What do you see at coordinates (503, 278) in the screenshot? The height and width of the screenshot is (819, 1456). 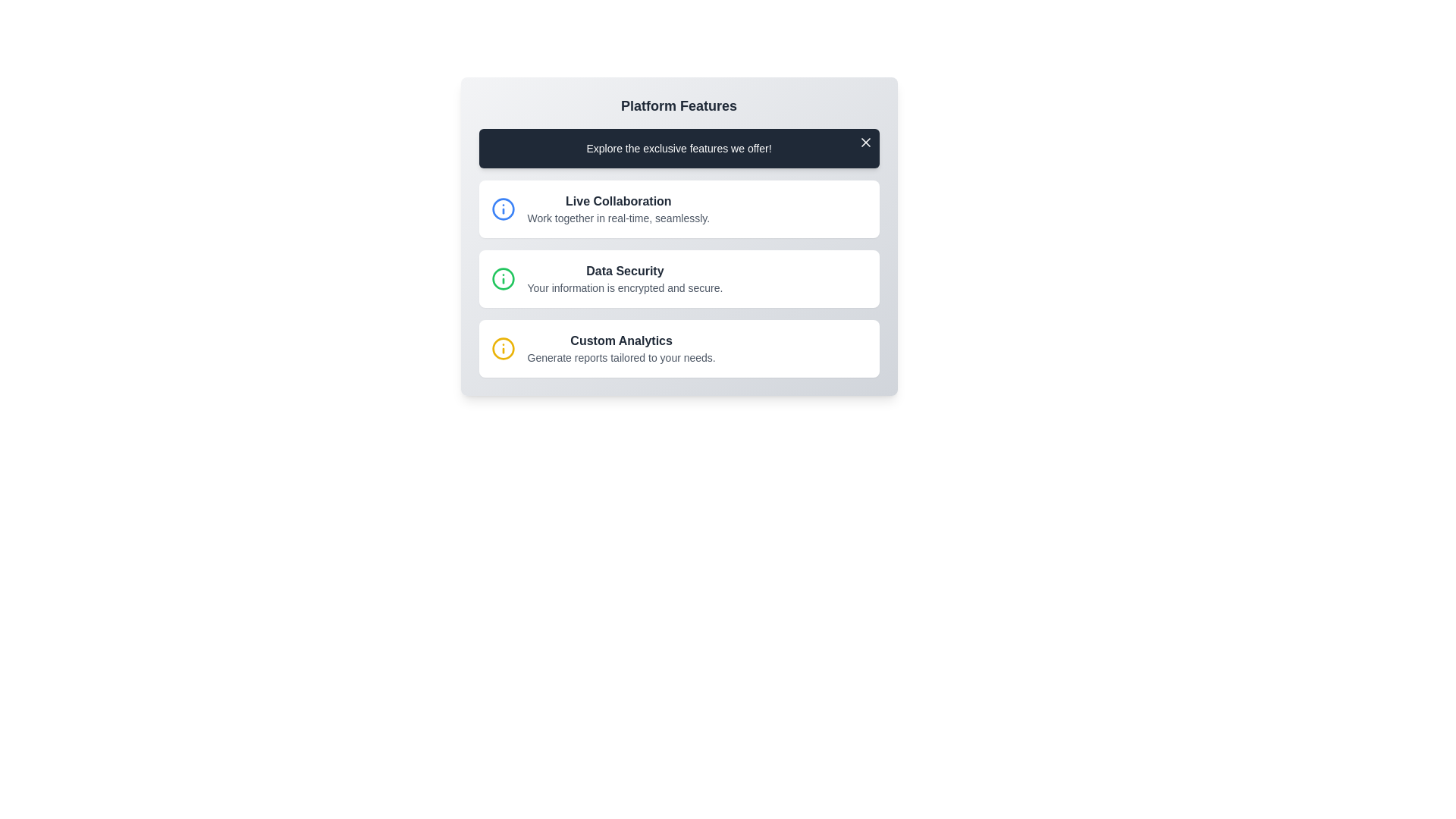 I see `the 'Data Security' icon located on the left side of the second card in a vertical list of cards` at bounding box center [503, 278].